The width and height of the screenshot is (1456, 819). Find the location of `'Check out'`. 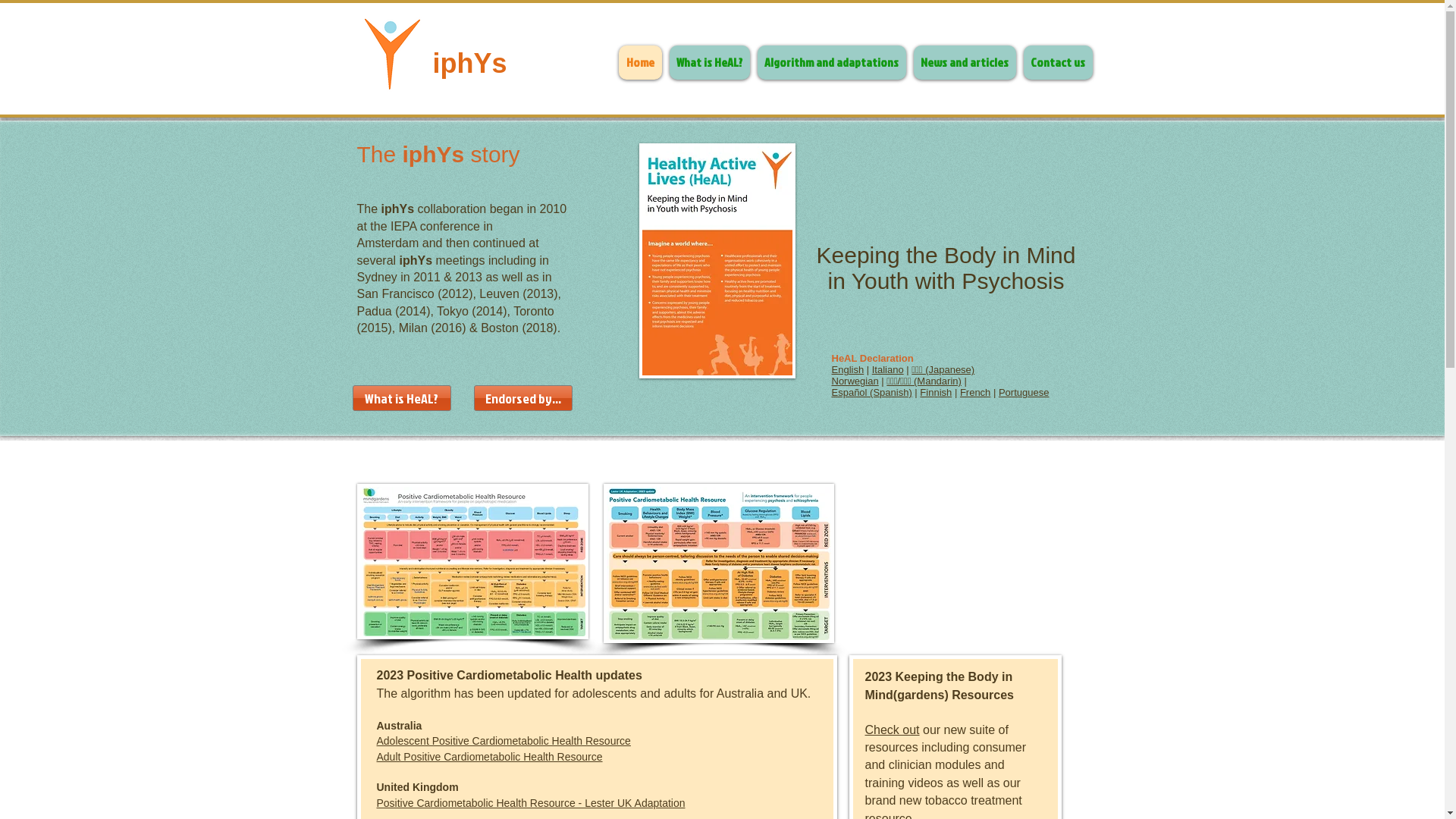

'Check out' is located at coordinates (892, 729).